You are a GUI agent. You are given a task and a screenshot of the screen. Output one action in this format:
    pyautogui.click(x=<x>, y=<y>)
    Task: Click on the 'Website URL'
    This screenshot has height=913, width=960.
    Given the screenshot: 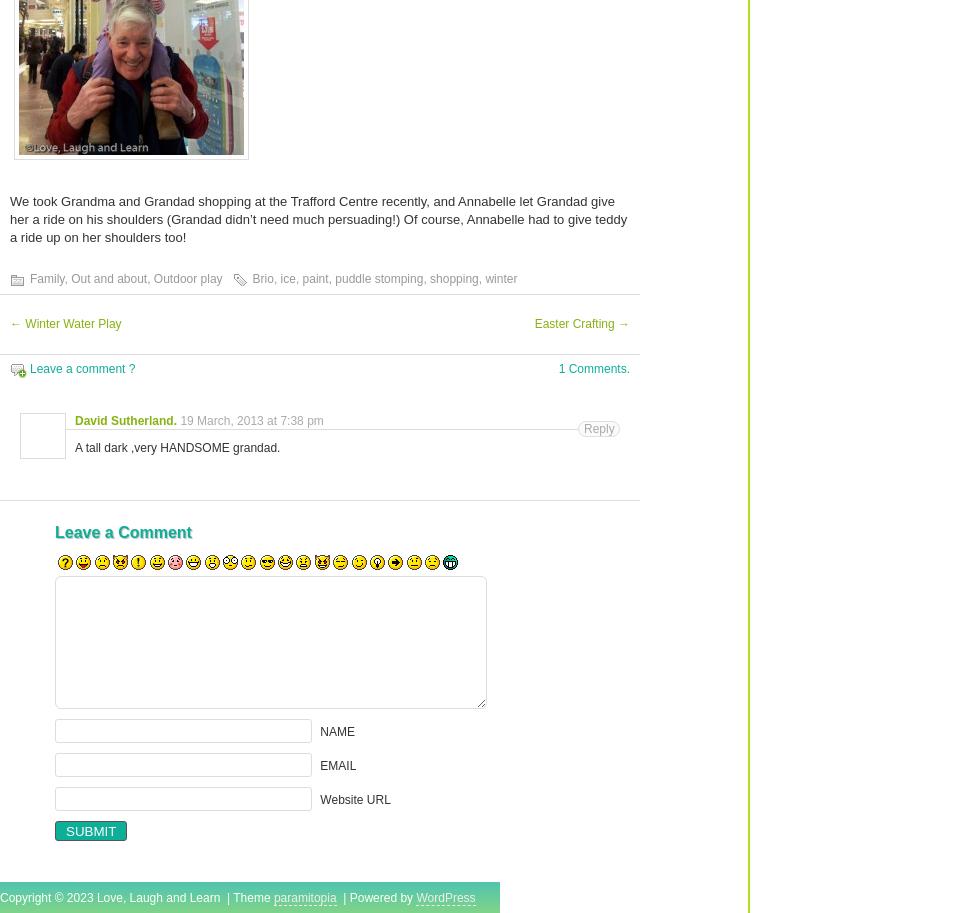 What is the action you would take?
    pyautogui.click(x=355, y=797)
    